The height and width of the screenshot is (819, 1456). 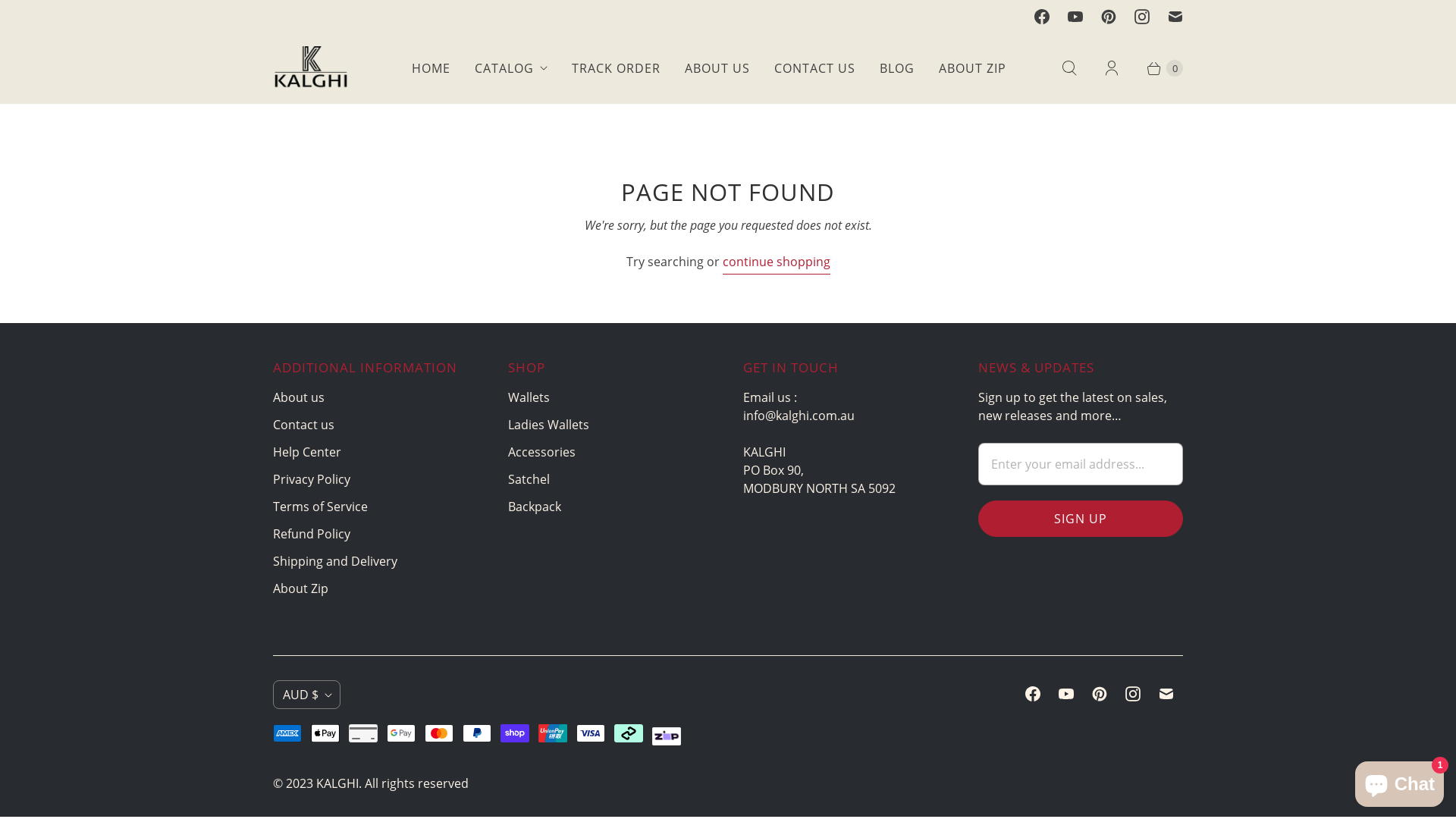 What do you see at coordinates (430, 67) in the screenshot?
I see `'HOME'` at bounding box center [430, 67].